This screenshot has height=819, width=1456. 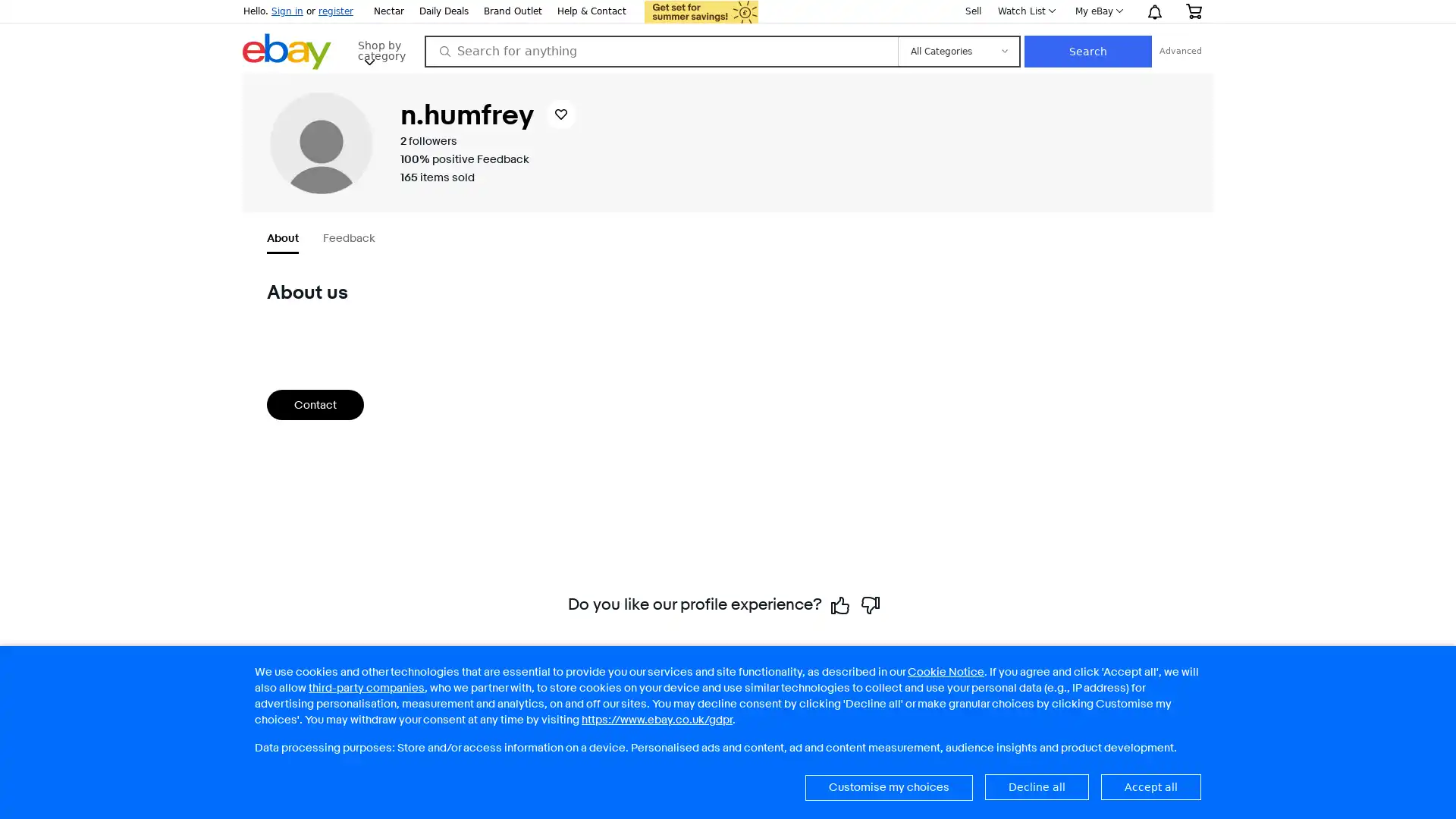 I want to click on Search, so click(x=1191, y=51).